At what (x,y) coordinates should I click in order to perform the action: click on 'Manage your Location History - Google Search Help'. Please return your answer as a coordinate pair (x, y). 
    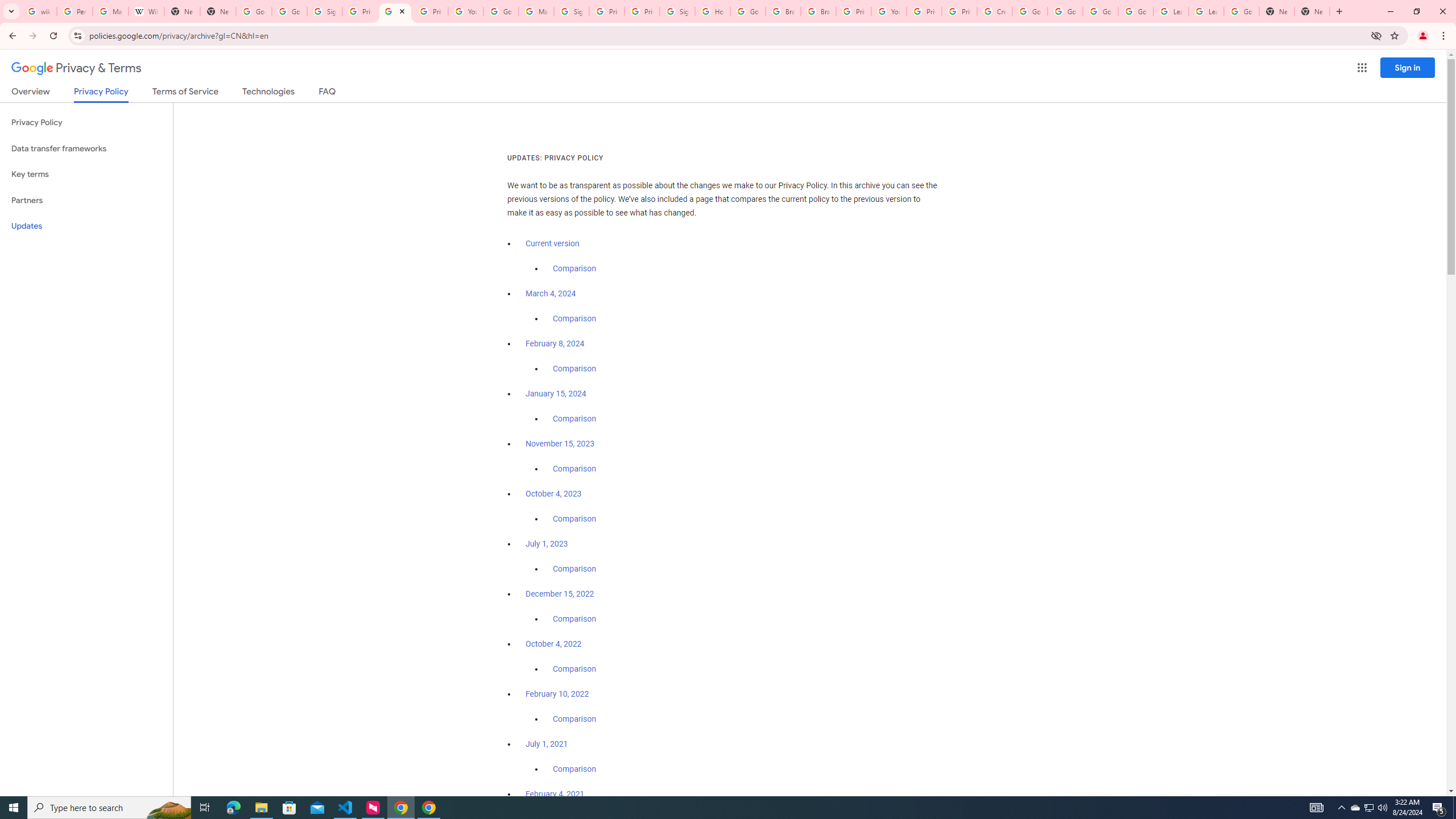
    Looking at the image, I should click on (110, 11).